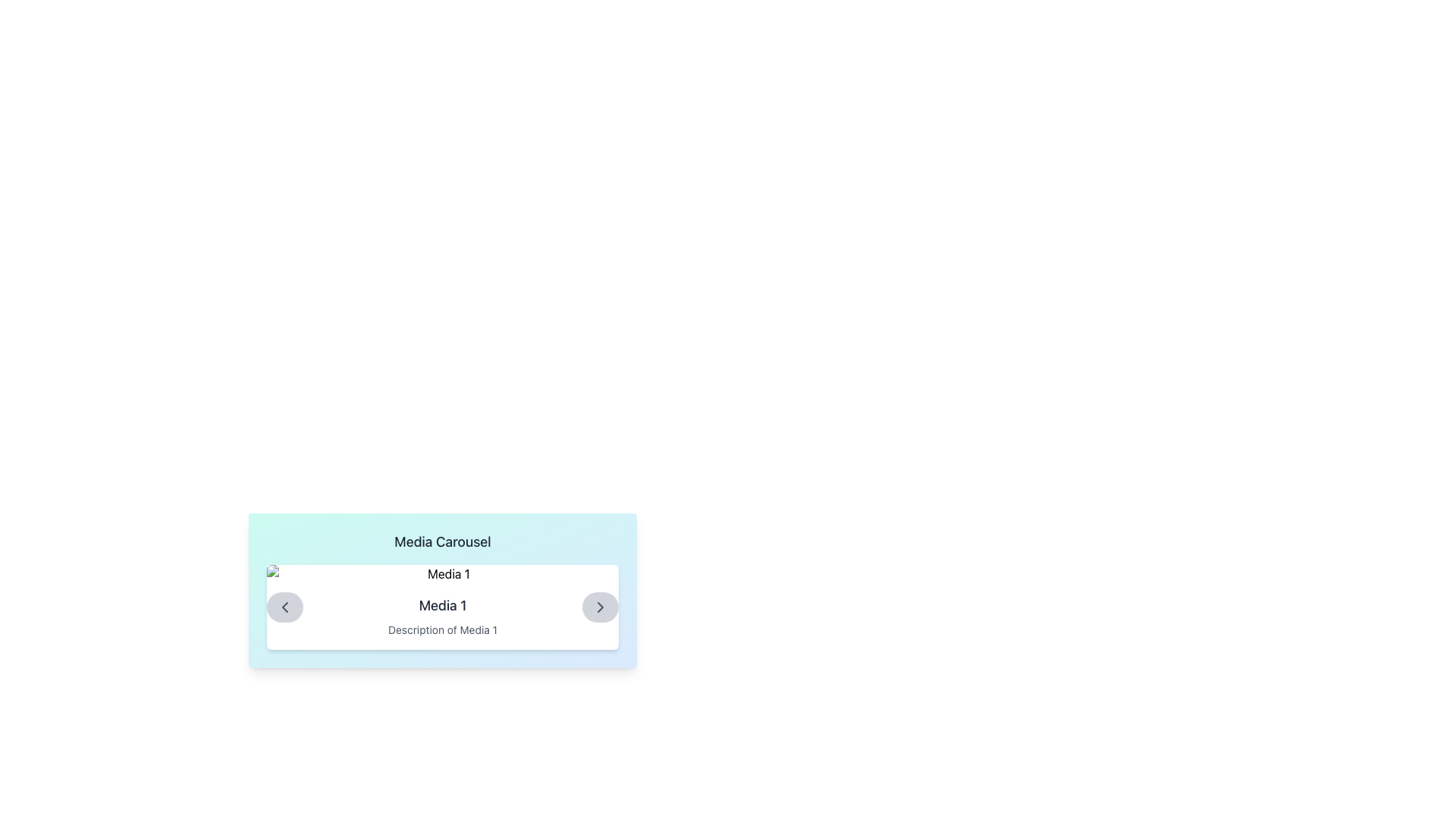 This screenshot has height=819, width=1456. What do you see at coordinates (600, 607) in the screenshot?
I see `the small circular button with a right-facing arrow icon` at bounding box center [600, 607].